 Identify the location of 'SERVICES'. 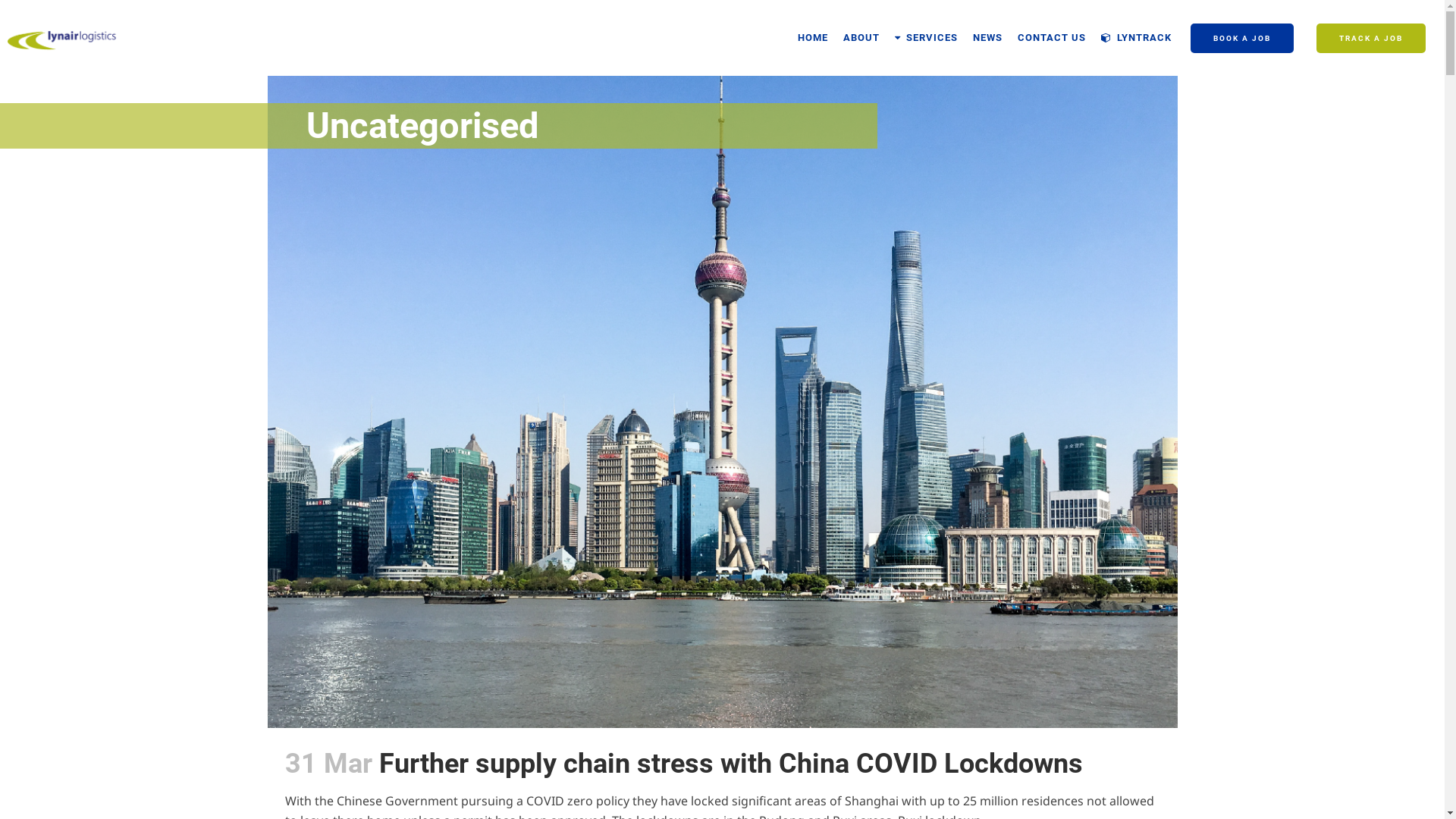
(925, 37).